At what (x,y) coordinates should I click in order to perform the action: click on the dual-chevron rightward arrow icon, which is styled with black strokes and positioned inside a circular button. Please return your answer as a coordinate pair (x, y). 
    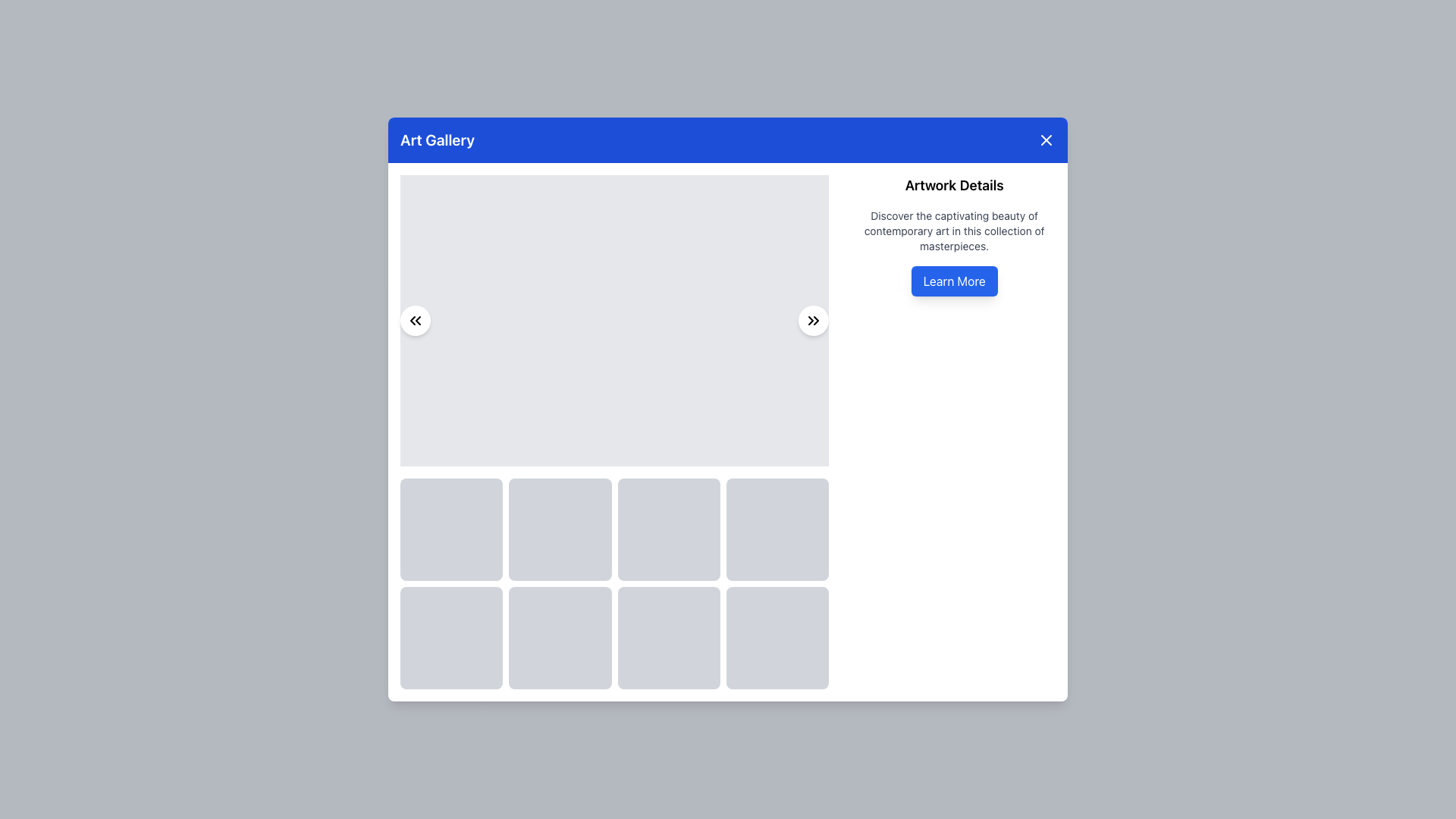
    Looking at the image, I should click on (813, 319).